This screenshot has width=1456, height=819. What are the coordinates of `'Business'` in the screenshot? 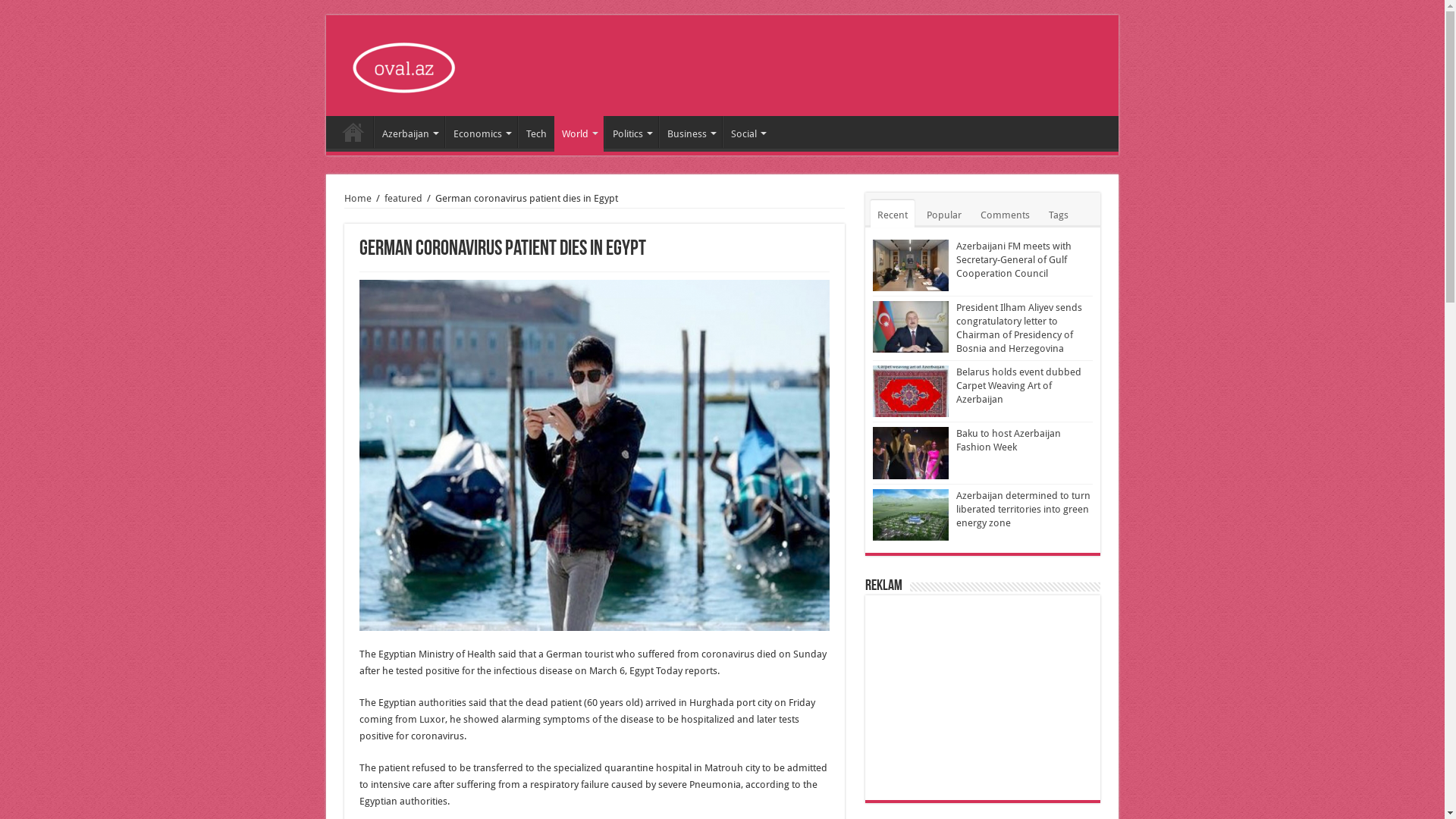 It's located at (689, 130).